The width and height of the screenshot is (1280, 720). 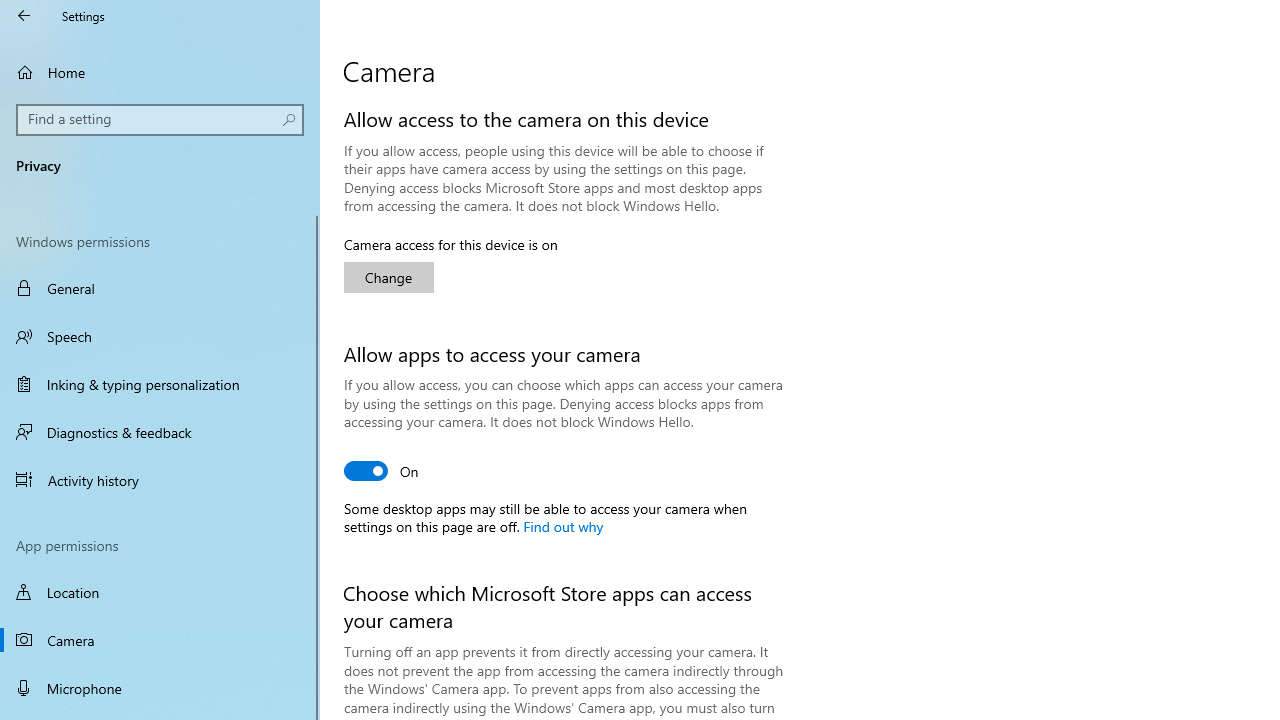 I want to click on 'Search box, Find a setting', so click(x=160, y=119).